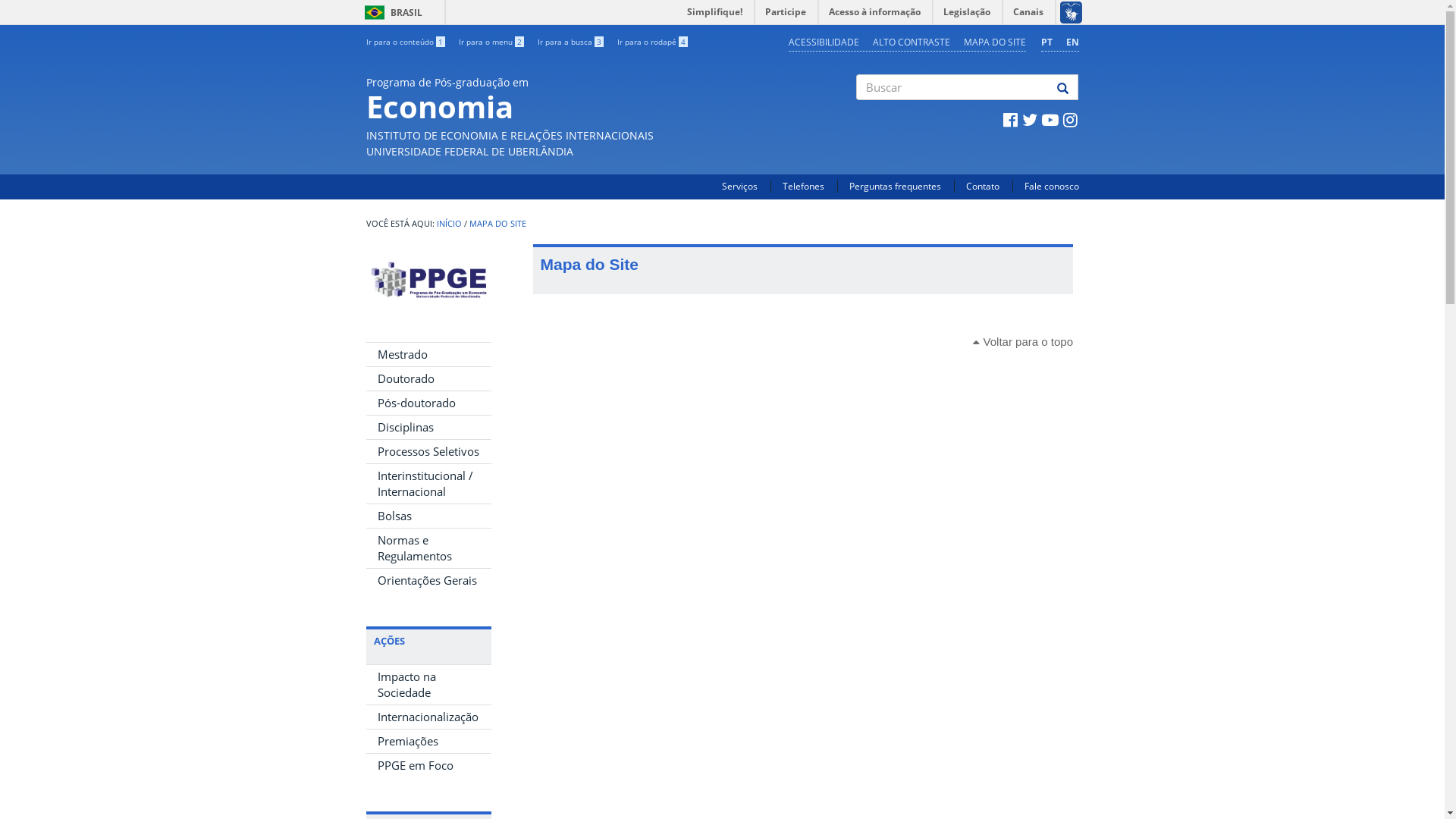  What do you see at coordinates (783, 185) in the screenshot?
I see `'Telefones'` at bounding box center [783, 185].